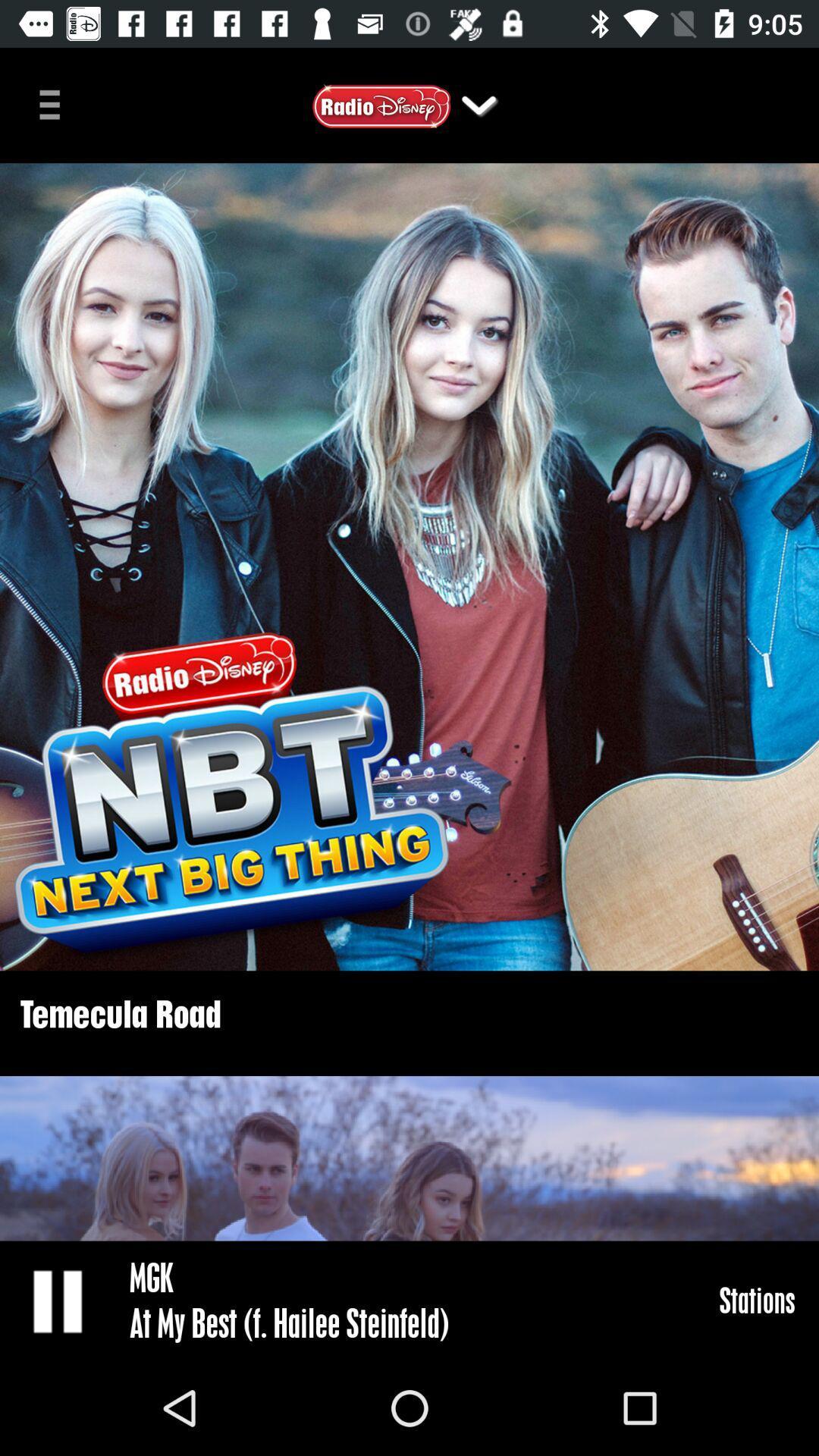 This screenshot has width=819, height=1456. Describe the element at coordinates (757, 1299) in the screenshot. I see `the icon to the right of the mgk` at that location.